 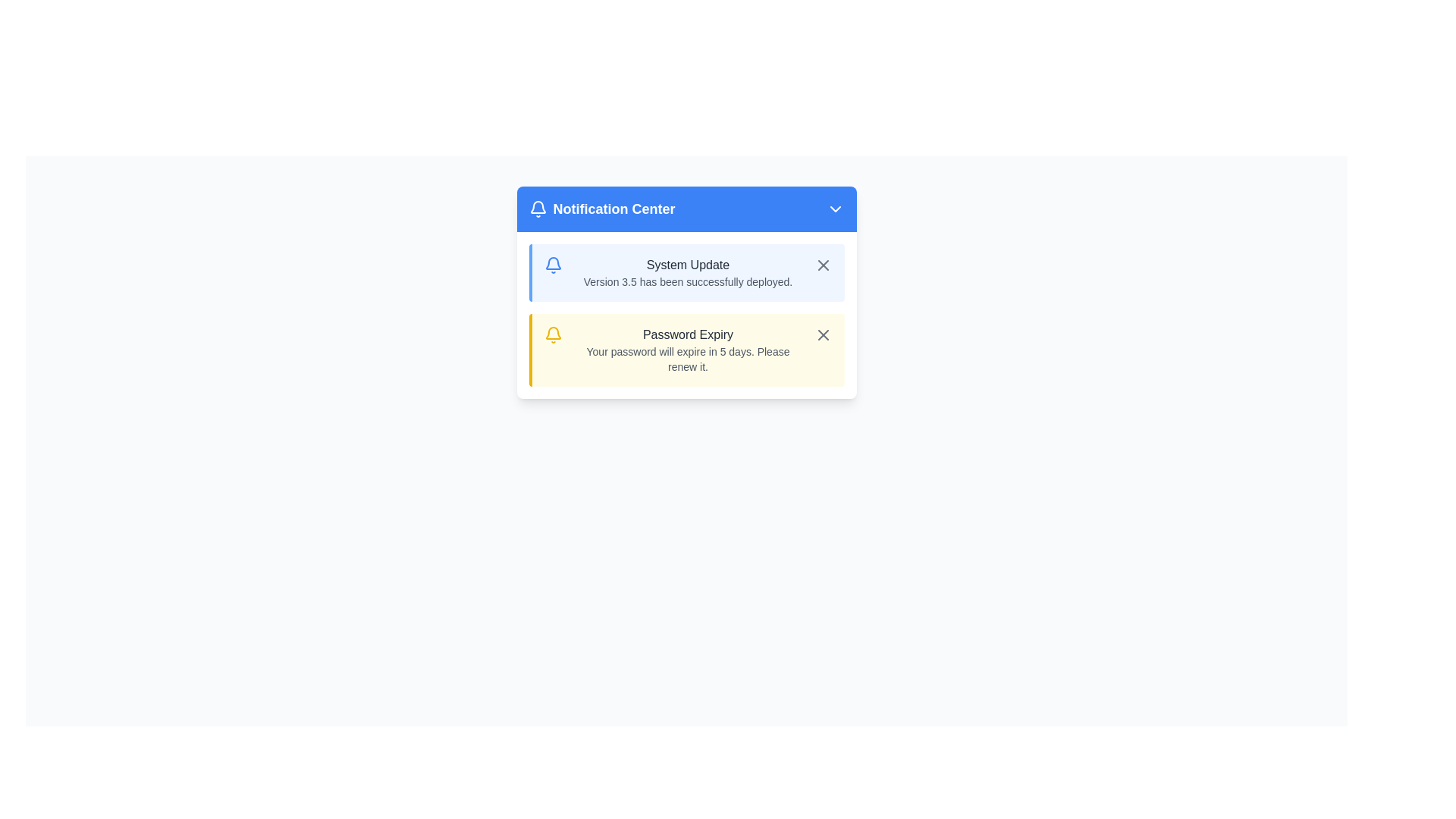 What do you see at coordinates (552, 332) in the screenshot?
I see `the yellow bell-shaped icon located near the top-left corner of the 'Notification Center' blue panel` at bounding box center [552, 332].